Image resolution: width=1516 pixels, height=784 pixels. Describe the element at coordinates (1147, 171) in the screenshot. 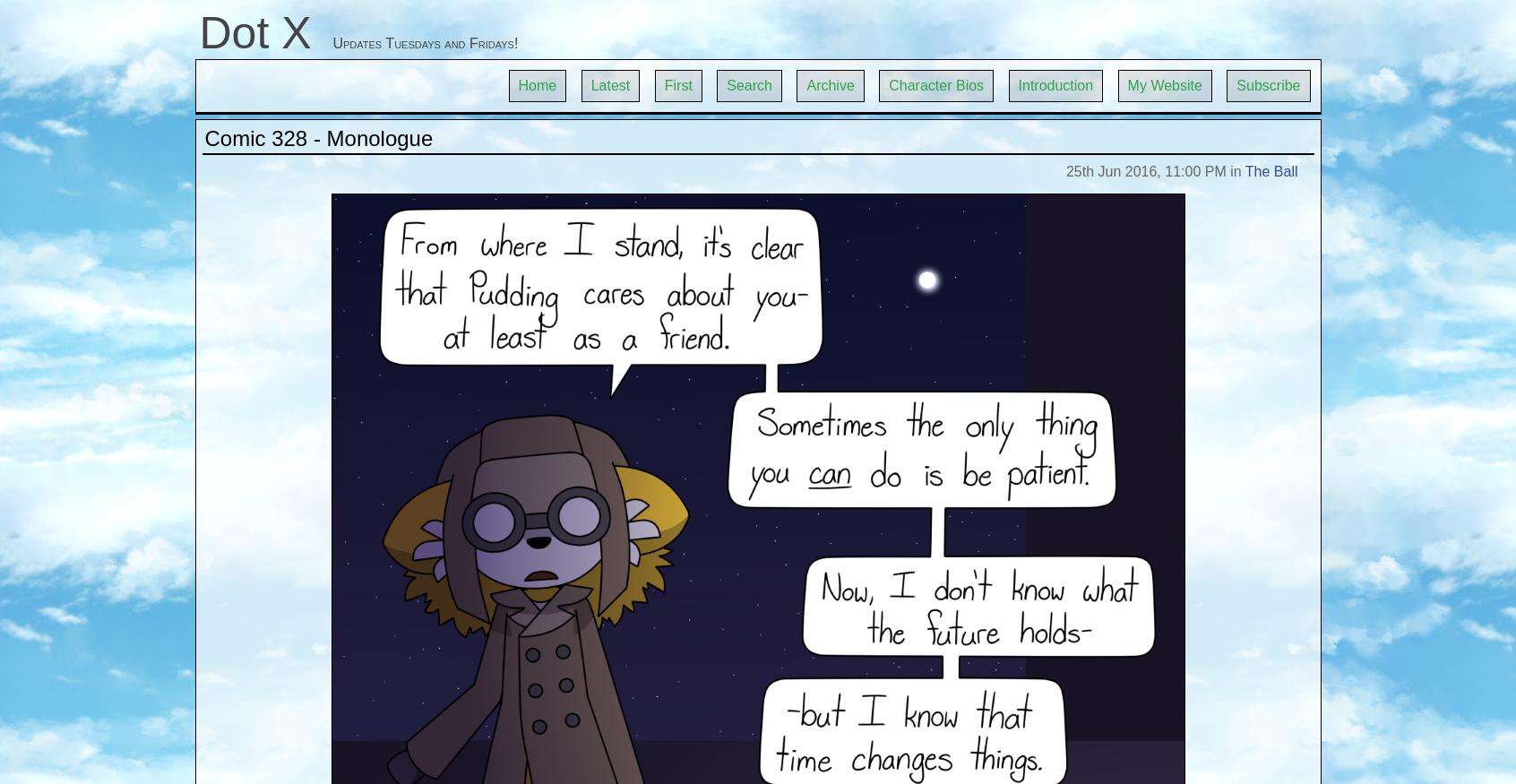

I see `'25th Jun 2016, 11:00 PM'` at that location.